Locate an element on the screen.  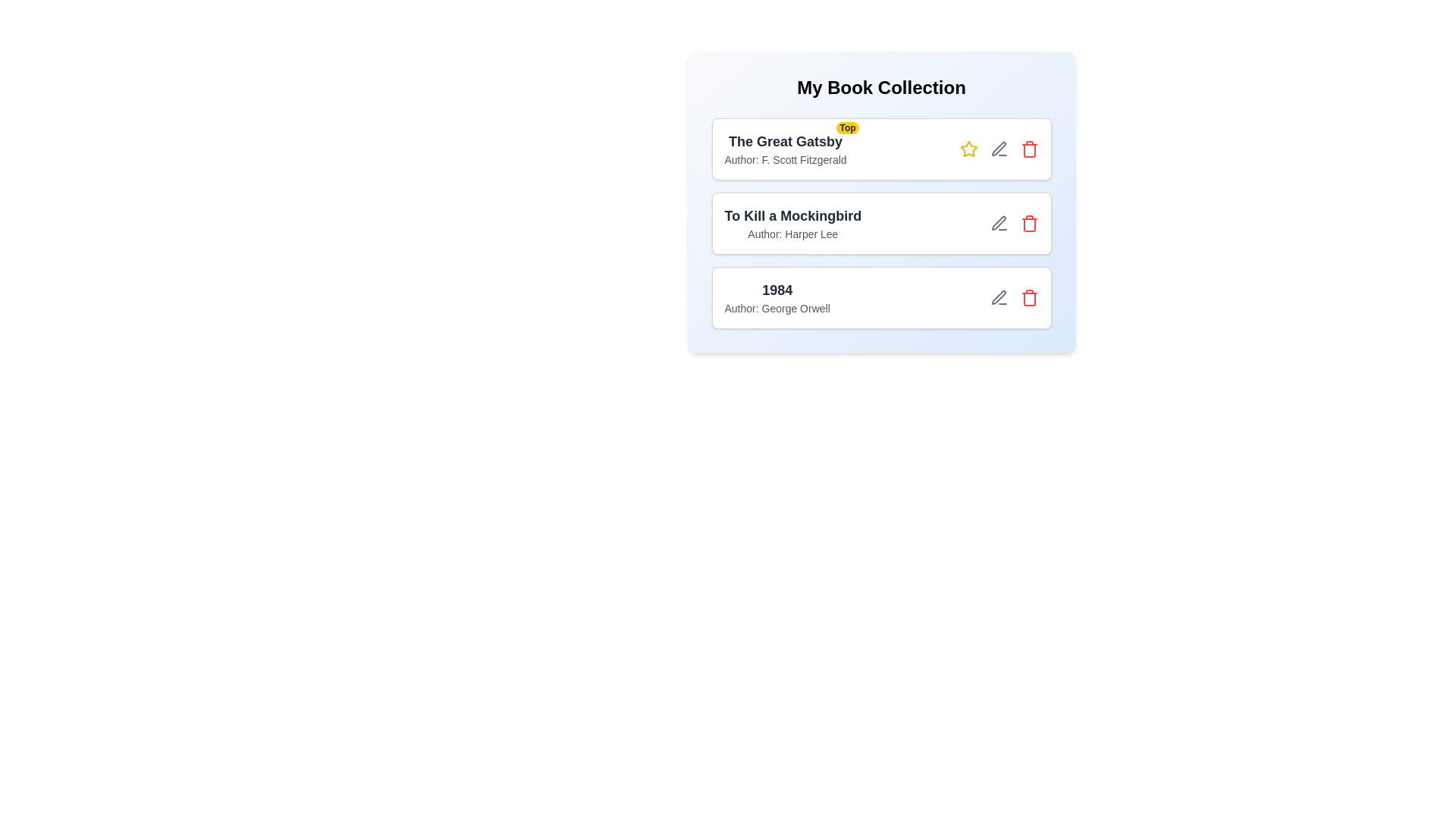
the edit button for the book titled To Kill a Mockingbird is located at coordinates (999, 223).